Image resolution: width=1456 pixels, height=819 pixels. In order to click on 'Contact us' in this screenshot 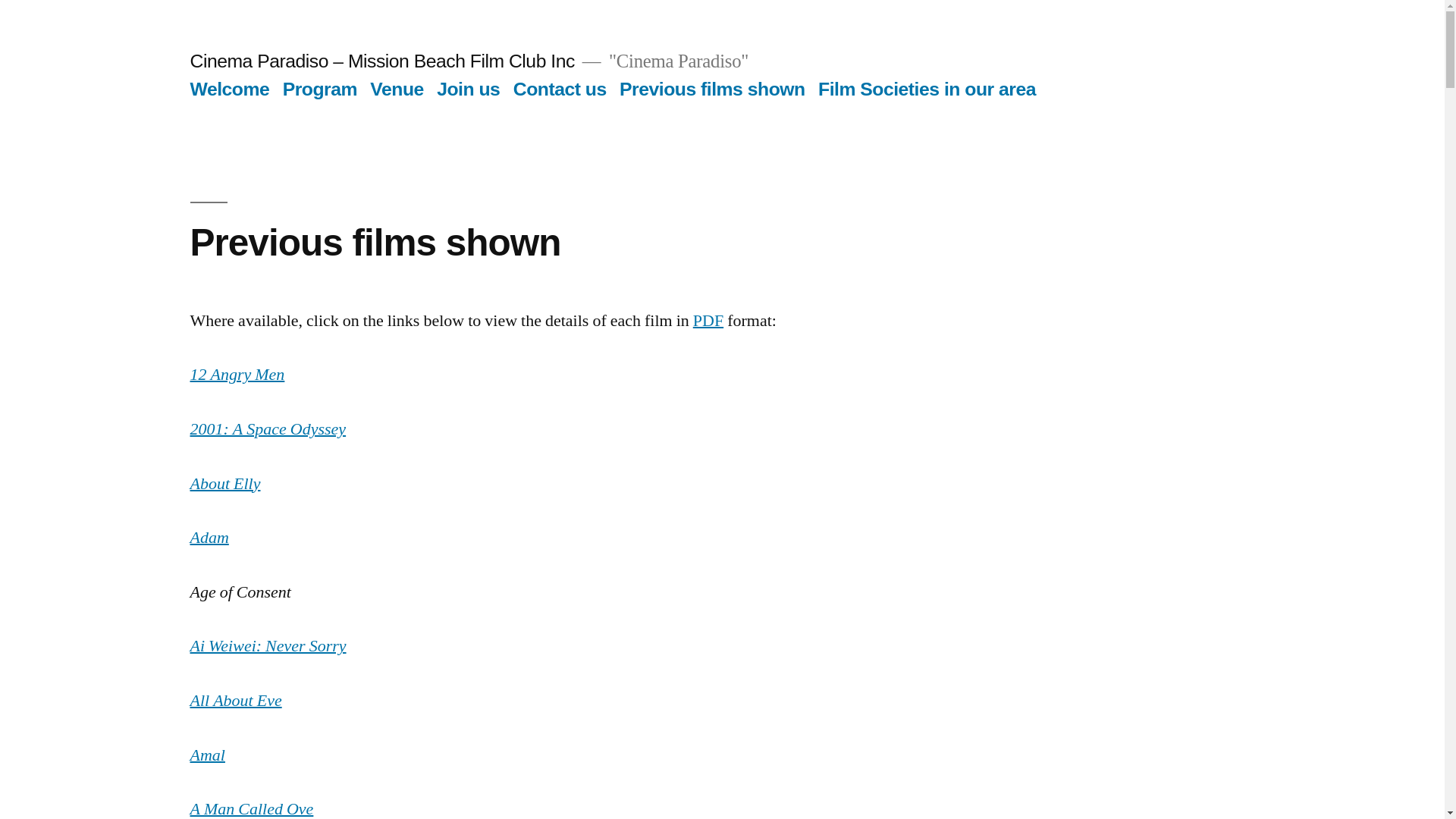, I will do `click(559, 89)`.